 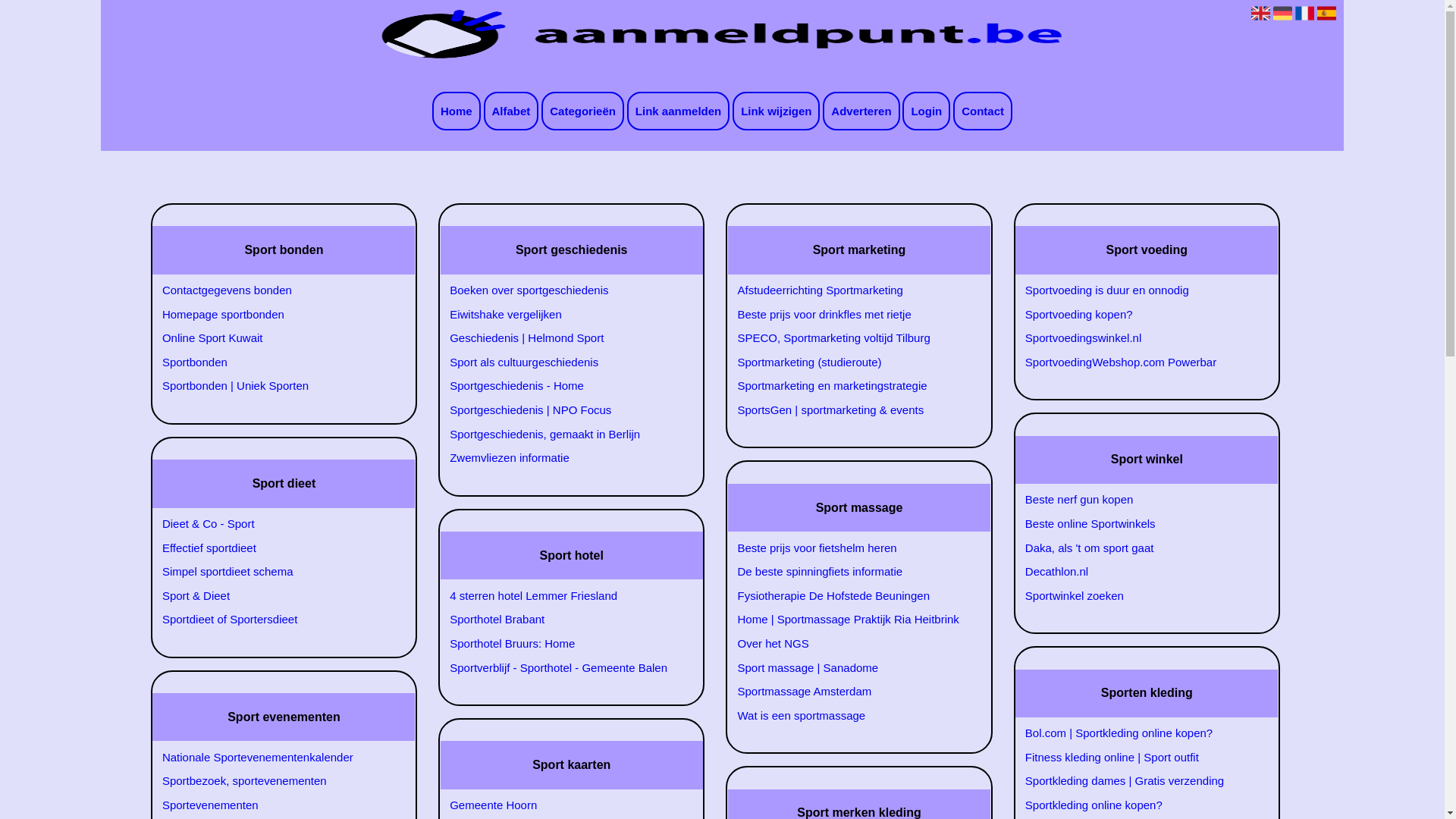 I want to click on 'Sport massage | Sanadome', so click(x=850, y=667).